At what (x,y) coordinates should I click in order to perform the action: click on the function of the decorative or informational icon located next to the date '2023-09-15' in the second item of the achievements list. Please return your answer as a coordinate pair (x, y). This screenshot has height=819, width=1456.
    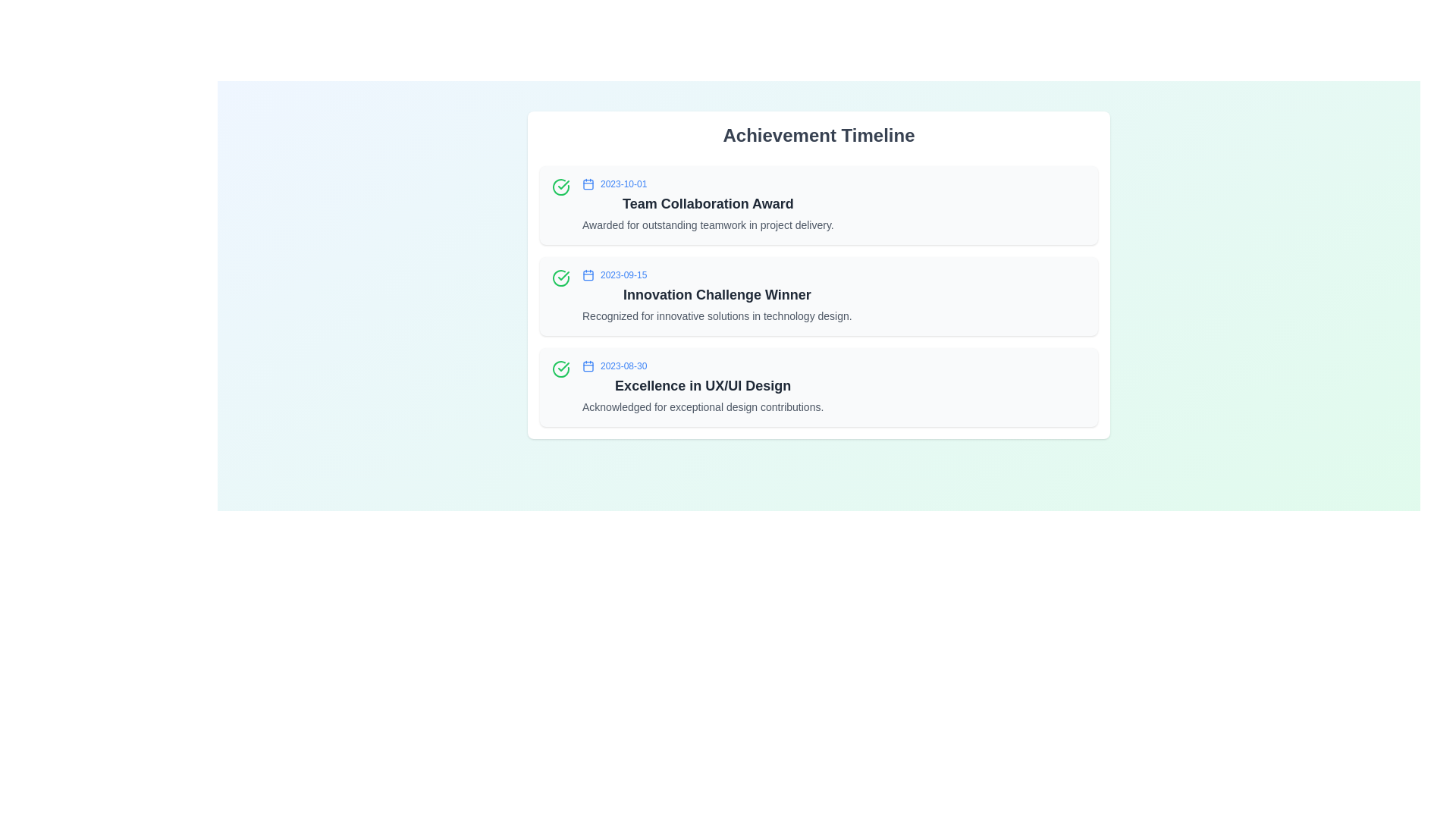
    Looking at the image, I should click on (588, 275).